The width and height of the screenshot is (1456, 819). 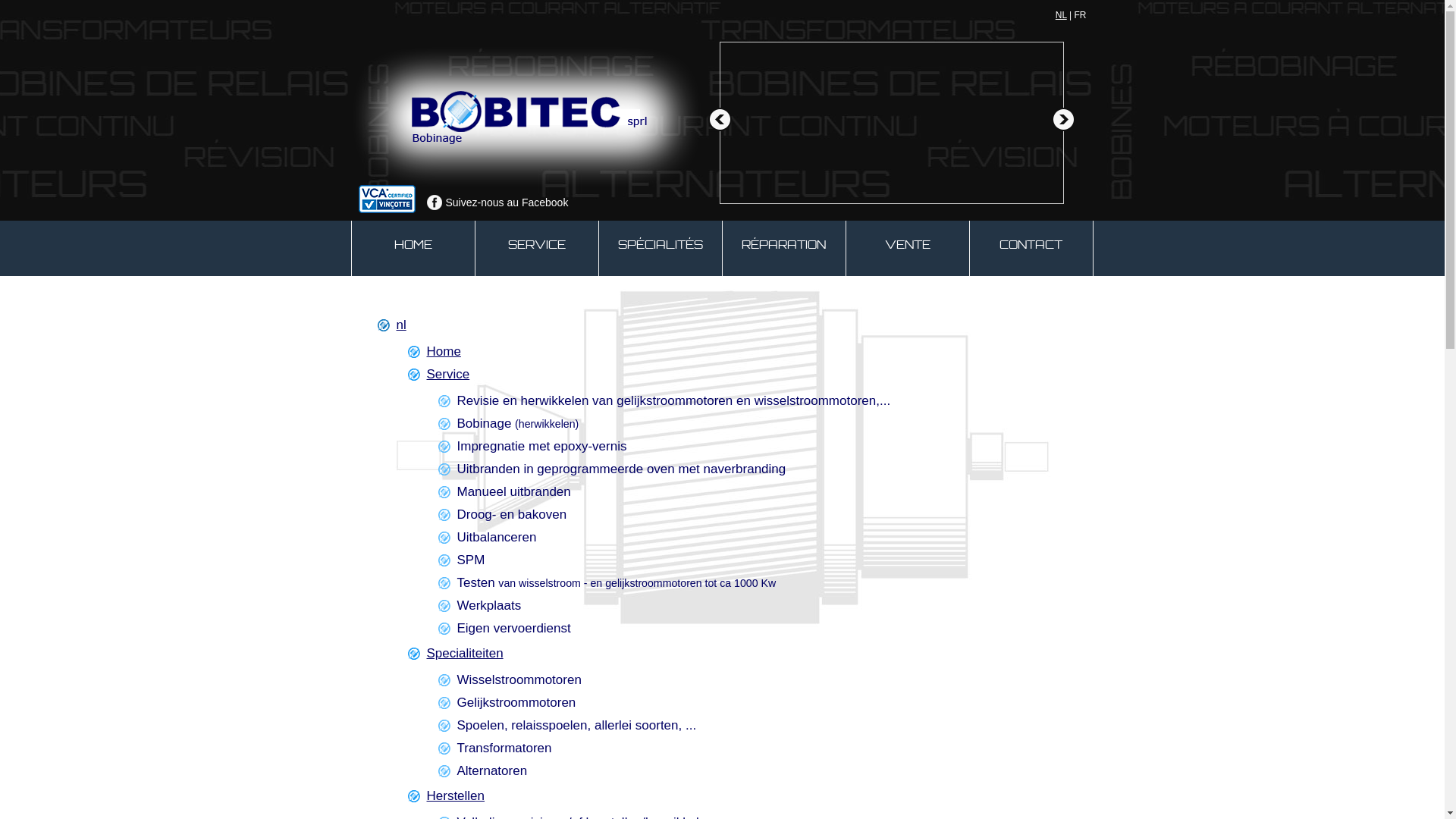 I want to click on 'HOME', so click(x=413, y=247).